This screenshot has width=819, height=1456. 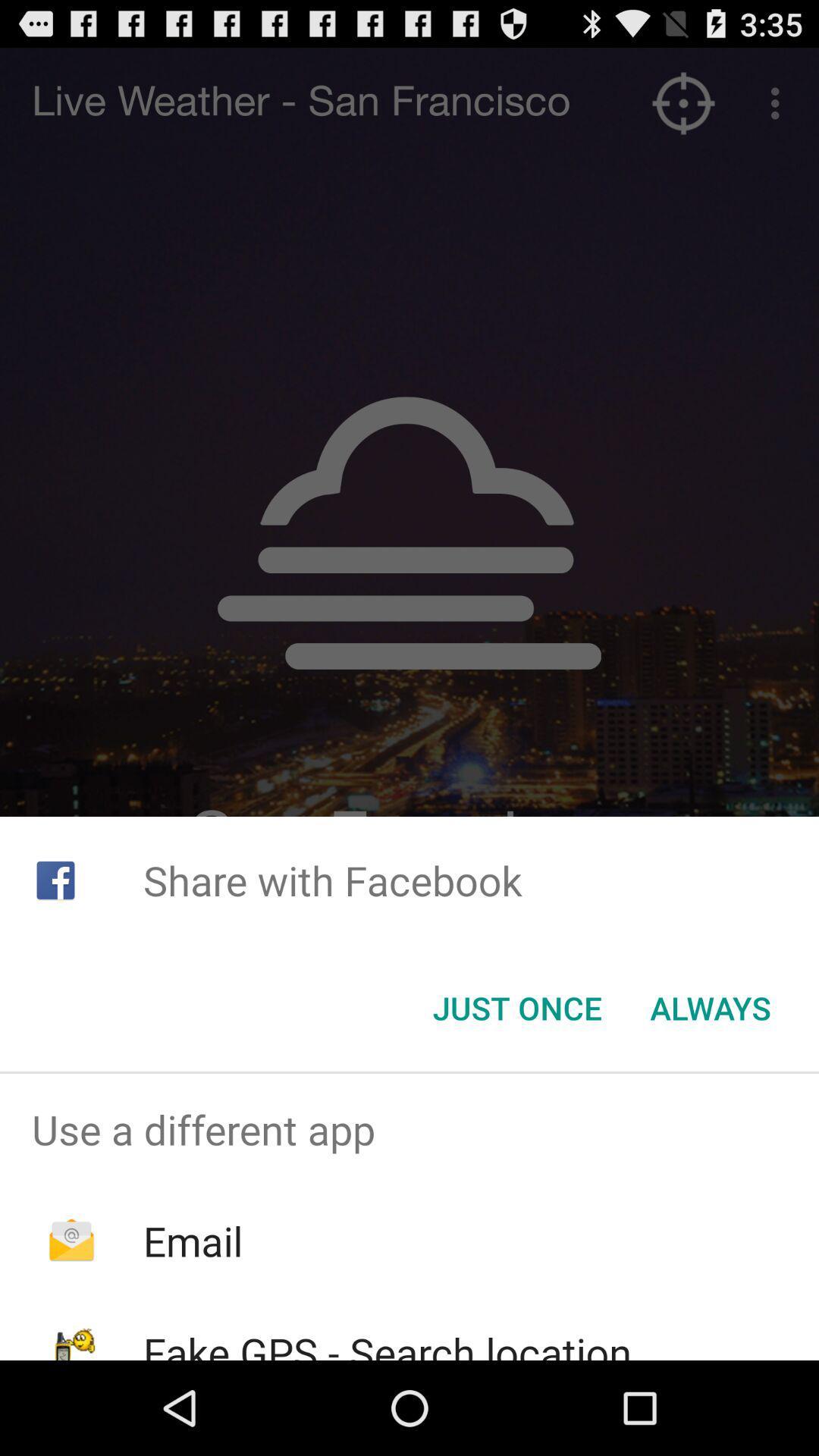 What do you see at coordinates (711, 1008) in the screenshot?
I see `always item` at bounding box center [711, 1008].